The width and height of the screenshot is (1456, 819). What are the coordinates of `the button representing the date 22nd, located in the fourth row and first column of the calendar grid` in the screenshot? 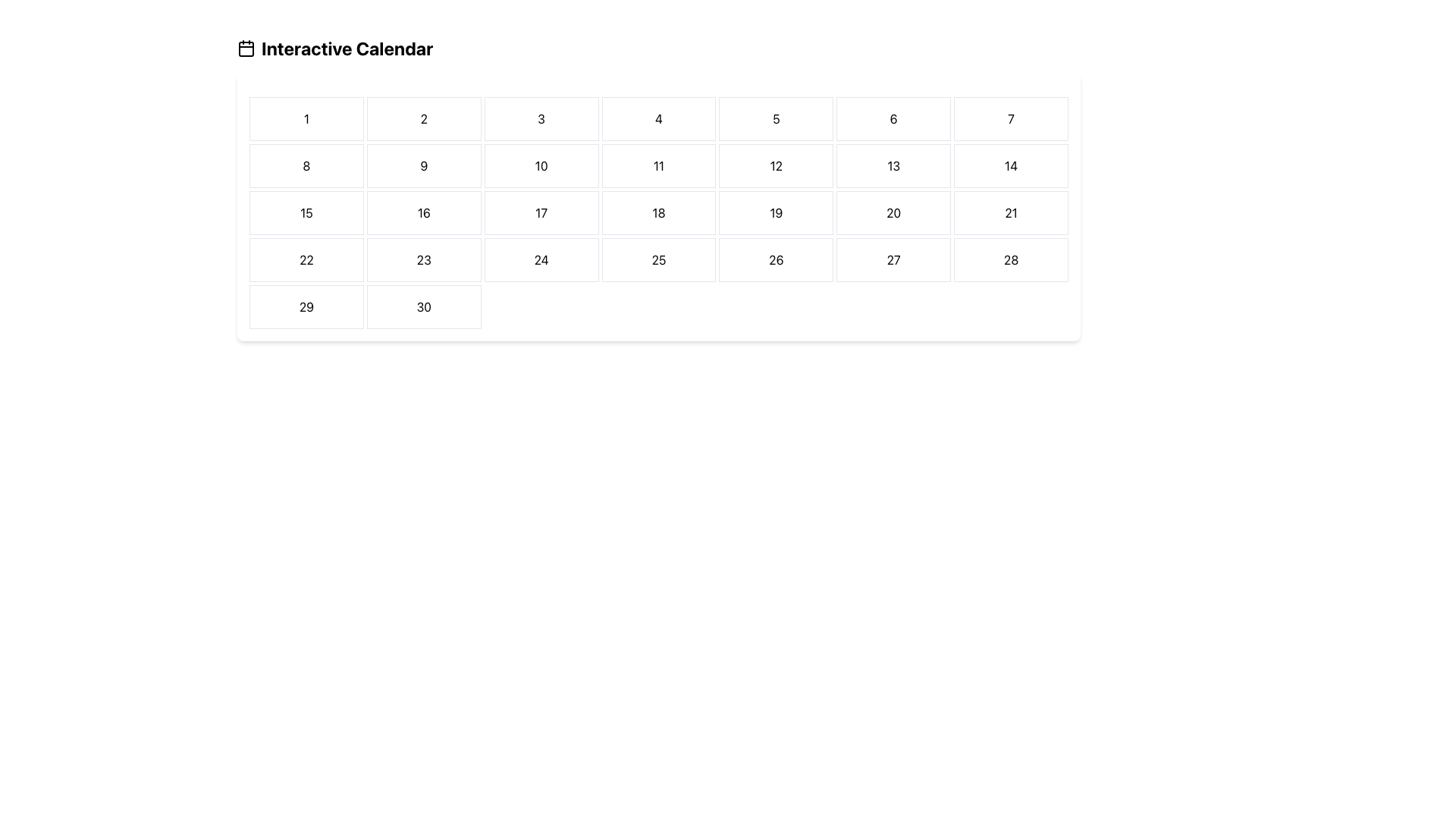 It's located at (305, 259).